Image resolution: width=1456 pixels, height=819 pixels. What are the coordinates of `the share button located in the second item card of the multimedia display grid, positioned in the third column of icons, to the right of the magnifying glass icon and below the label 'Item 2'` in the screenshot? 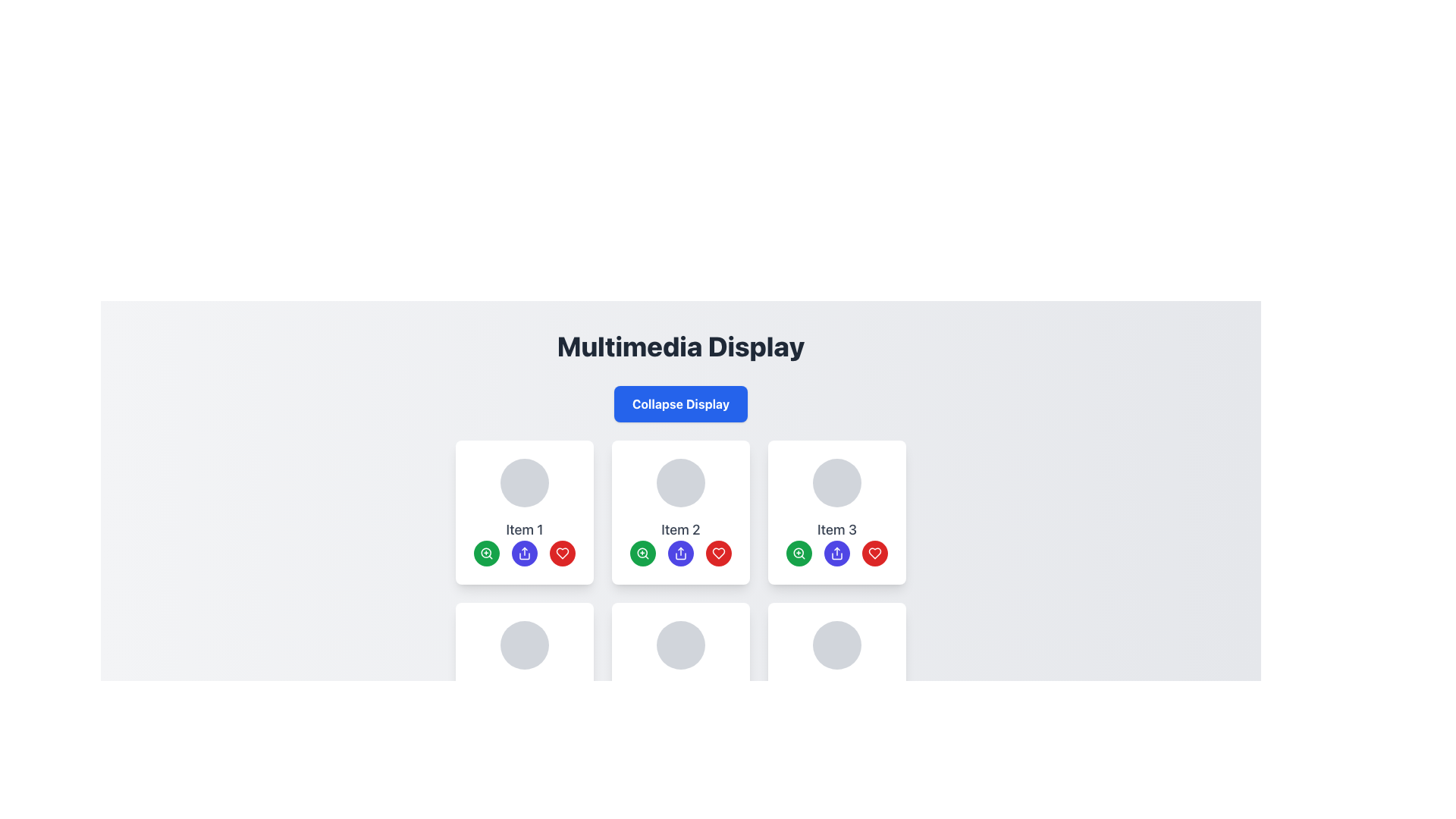 It's located at (679, 553).